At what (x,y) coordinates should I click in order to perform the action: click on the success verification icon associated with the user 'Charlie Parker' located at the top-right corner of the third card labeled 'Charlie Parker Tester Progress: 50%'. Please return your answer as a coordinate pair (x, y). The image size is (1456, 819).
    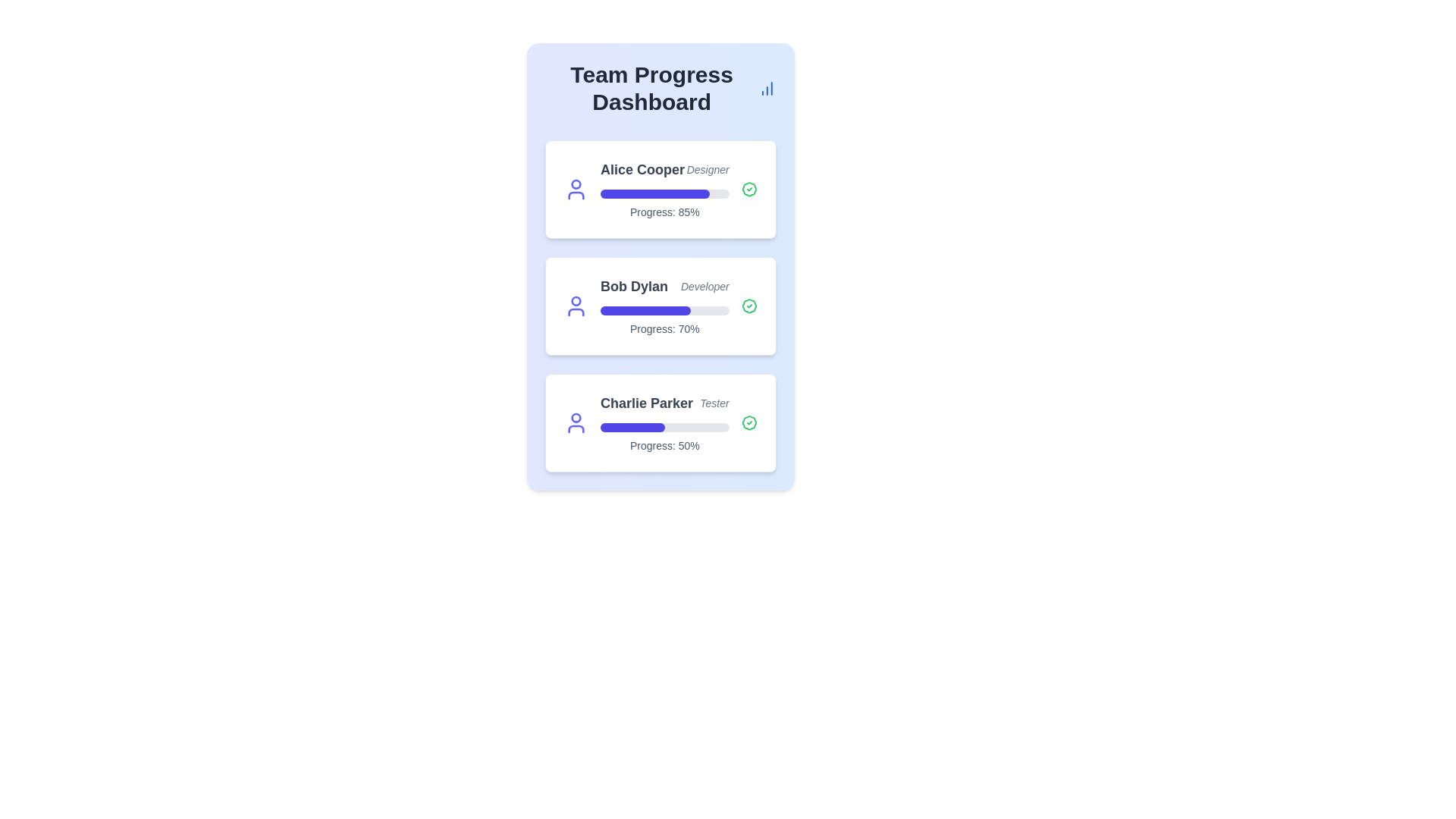
    Looking at the image, I should click on (749, 423).